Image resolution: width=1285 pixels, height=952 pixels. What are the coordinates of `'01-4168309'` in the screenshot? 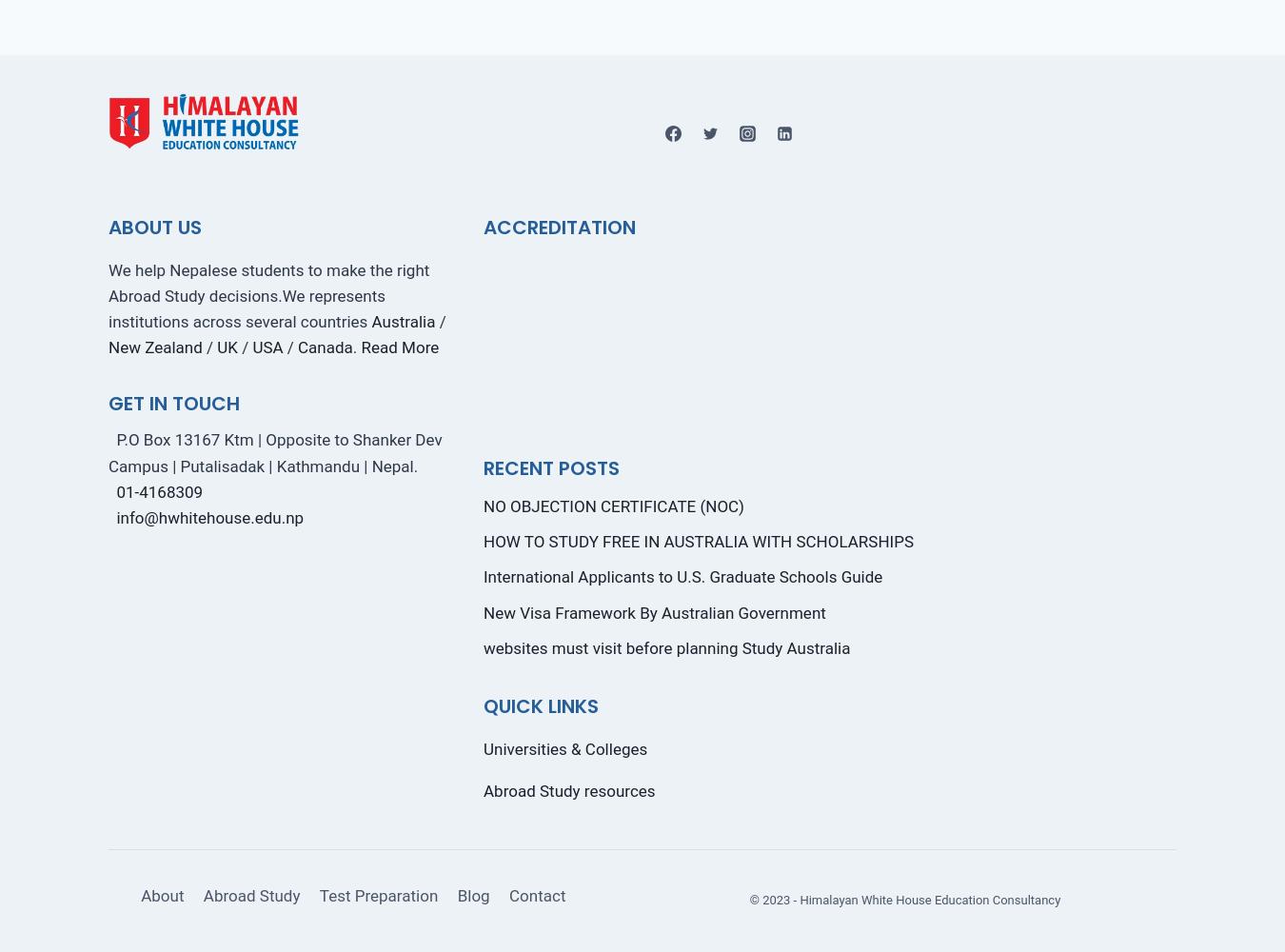 It's located at (159, 491).